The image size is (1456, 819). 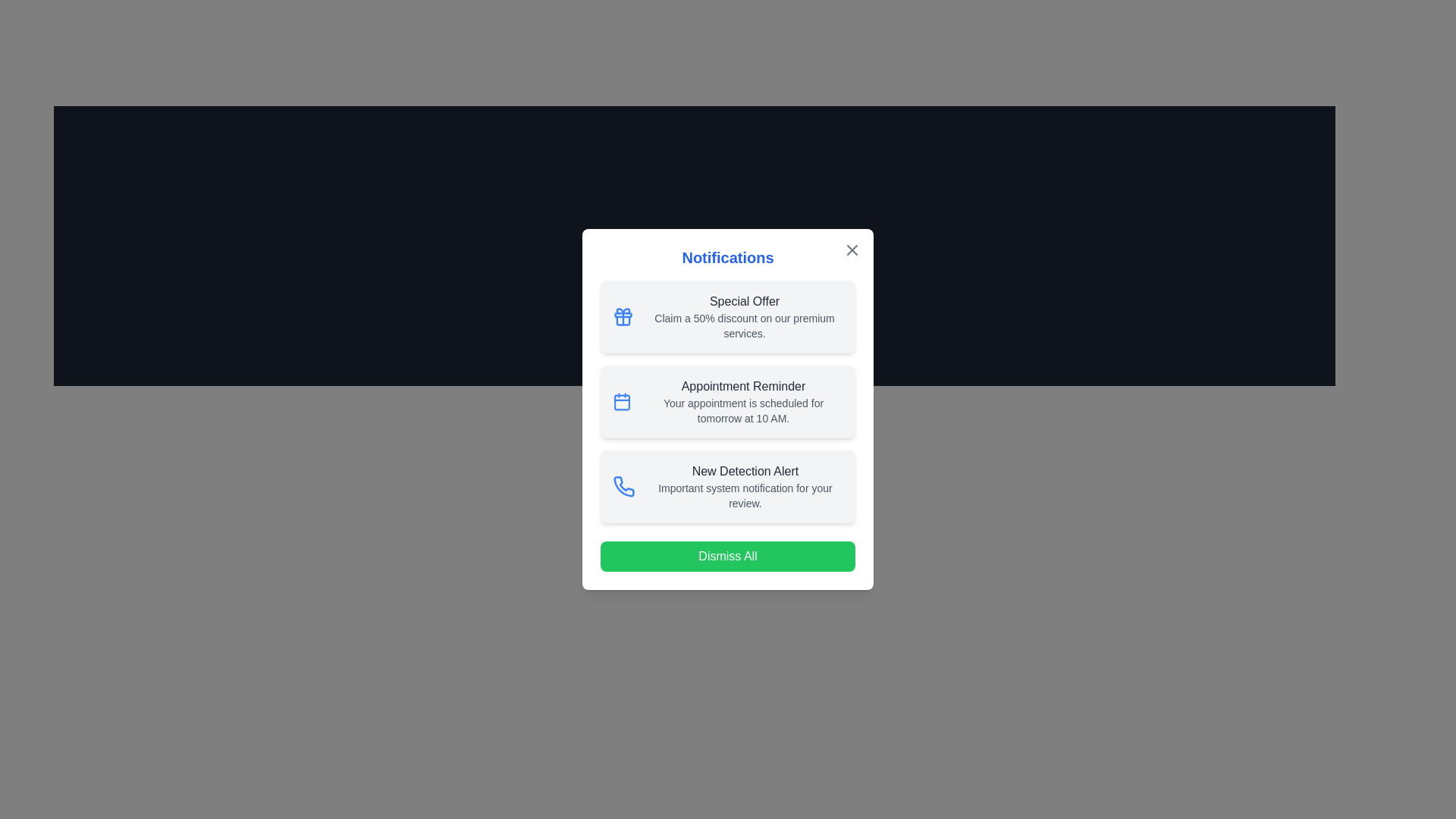 I want to click on text displayed in the Text Block that contains the message 'Your appointment is scheduled for tomorrow at 10 AM.', so click(x=743, y=411).